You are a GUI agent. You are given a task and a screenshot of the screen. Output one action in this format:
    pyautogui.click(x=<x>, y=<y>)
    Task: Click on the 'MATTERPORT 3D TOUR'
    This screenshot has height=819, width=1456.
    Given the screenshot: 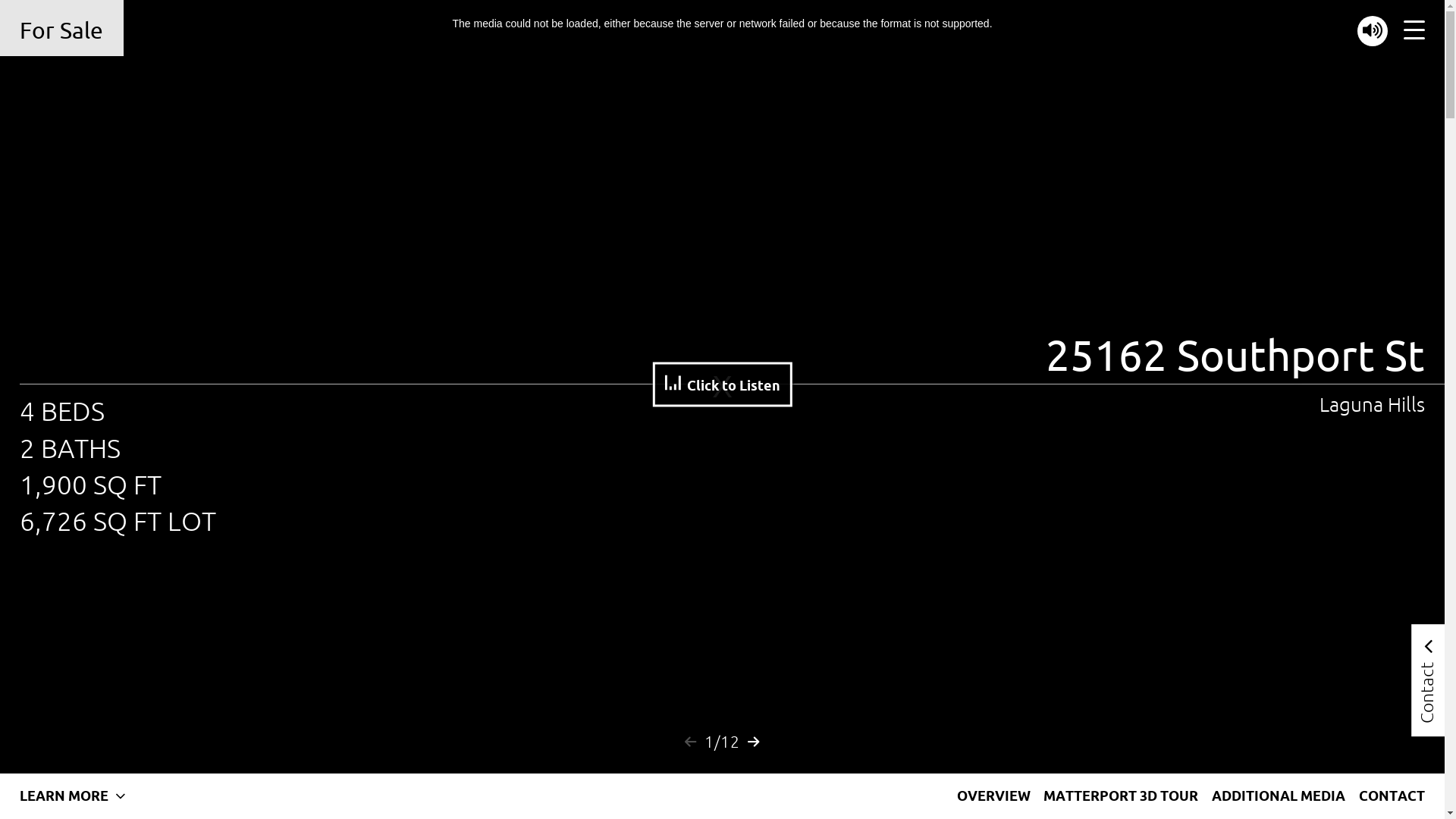 What is the action you would take?
    pyautogui.click(x=1121, y=795)
    